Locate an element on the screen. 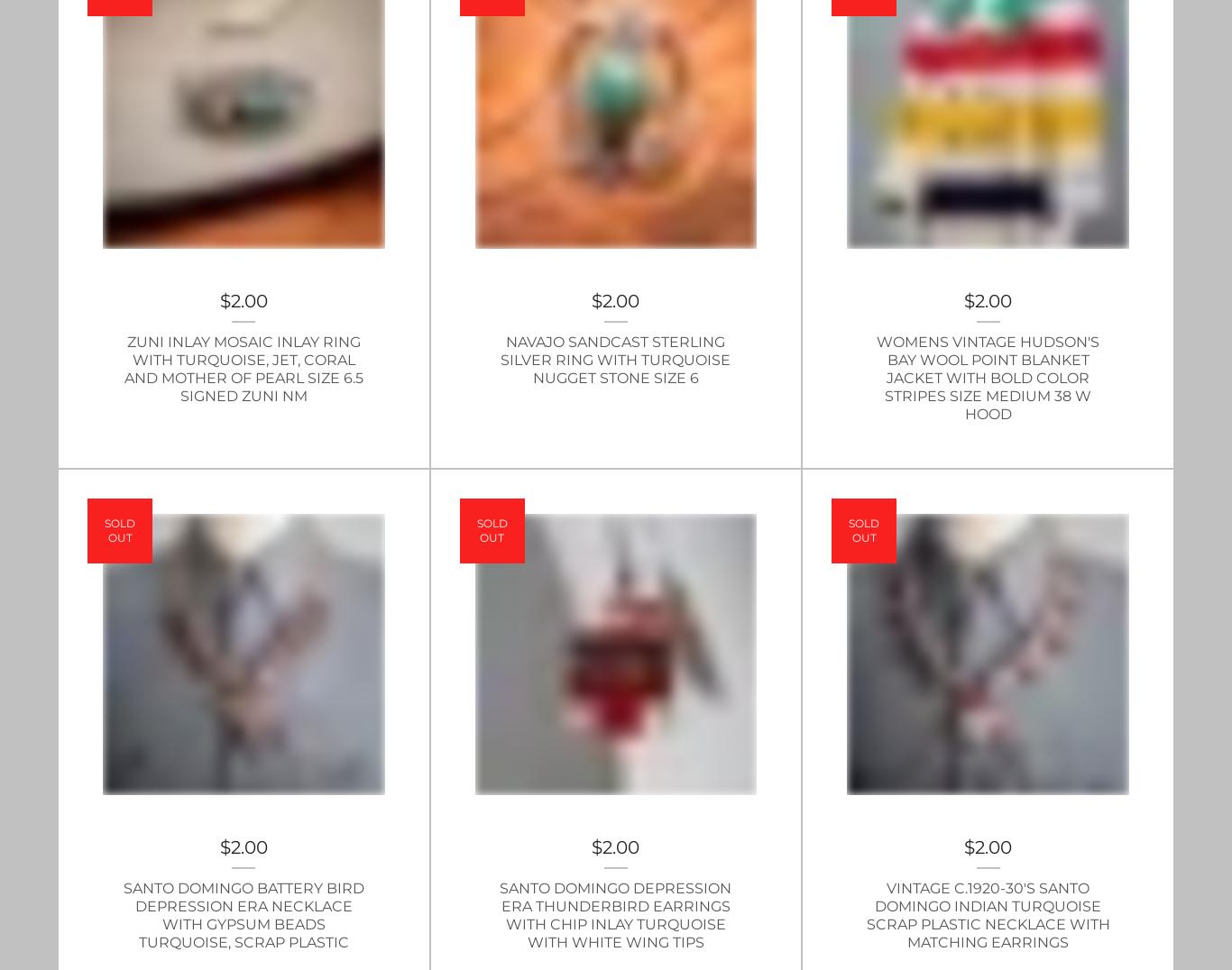 Image resolution: width=1232 pixels, height=970 pixels. 'Navajo Sandcast Sterling Silver Ring with Turquoise Nugget Stone Size 6' is located at coordinates (614, 358).